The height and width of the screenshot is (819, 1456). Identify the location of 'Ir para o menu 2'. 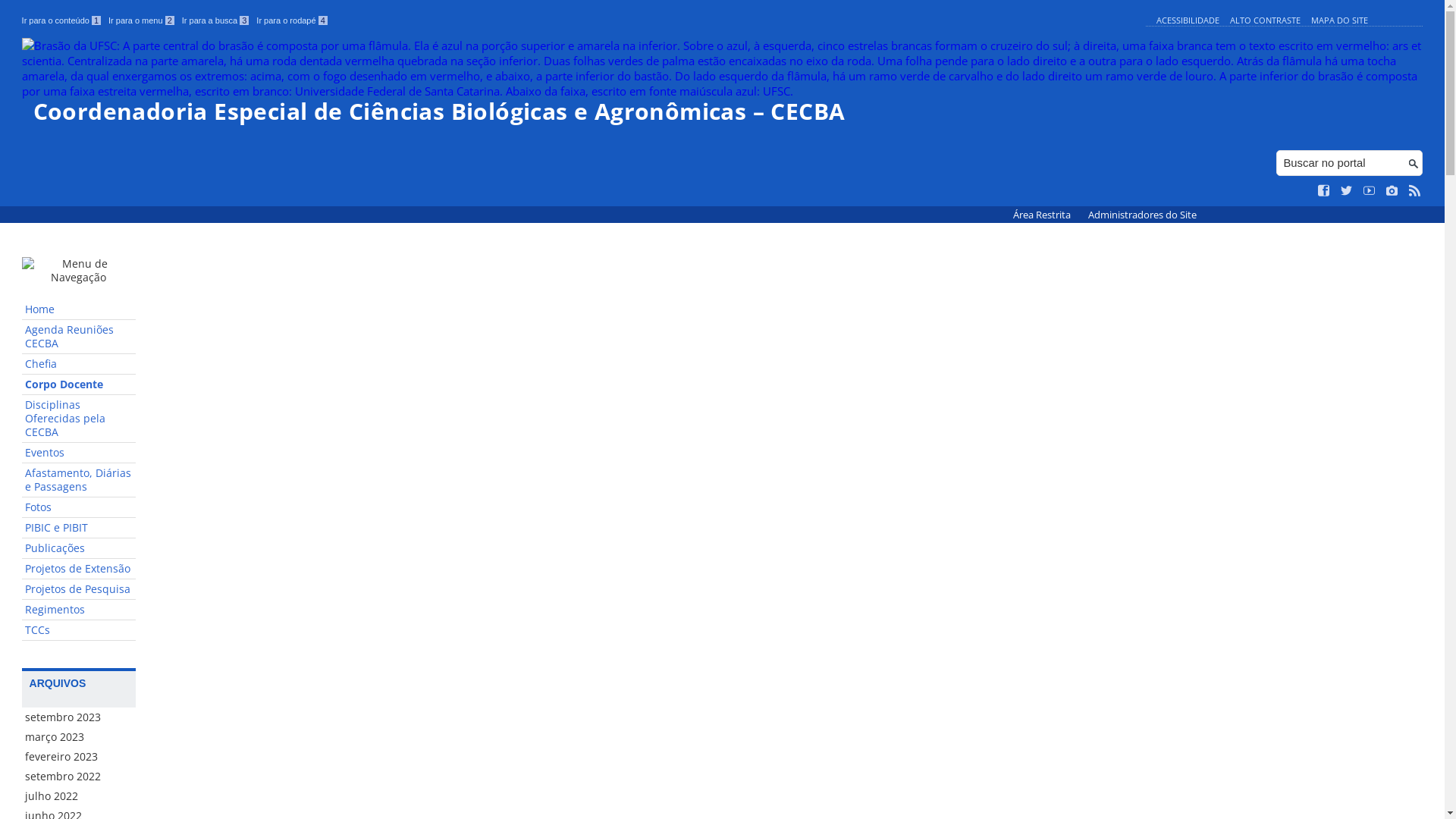
(141, 20).